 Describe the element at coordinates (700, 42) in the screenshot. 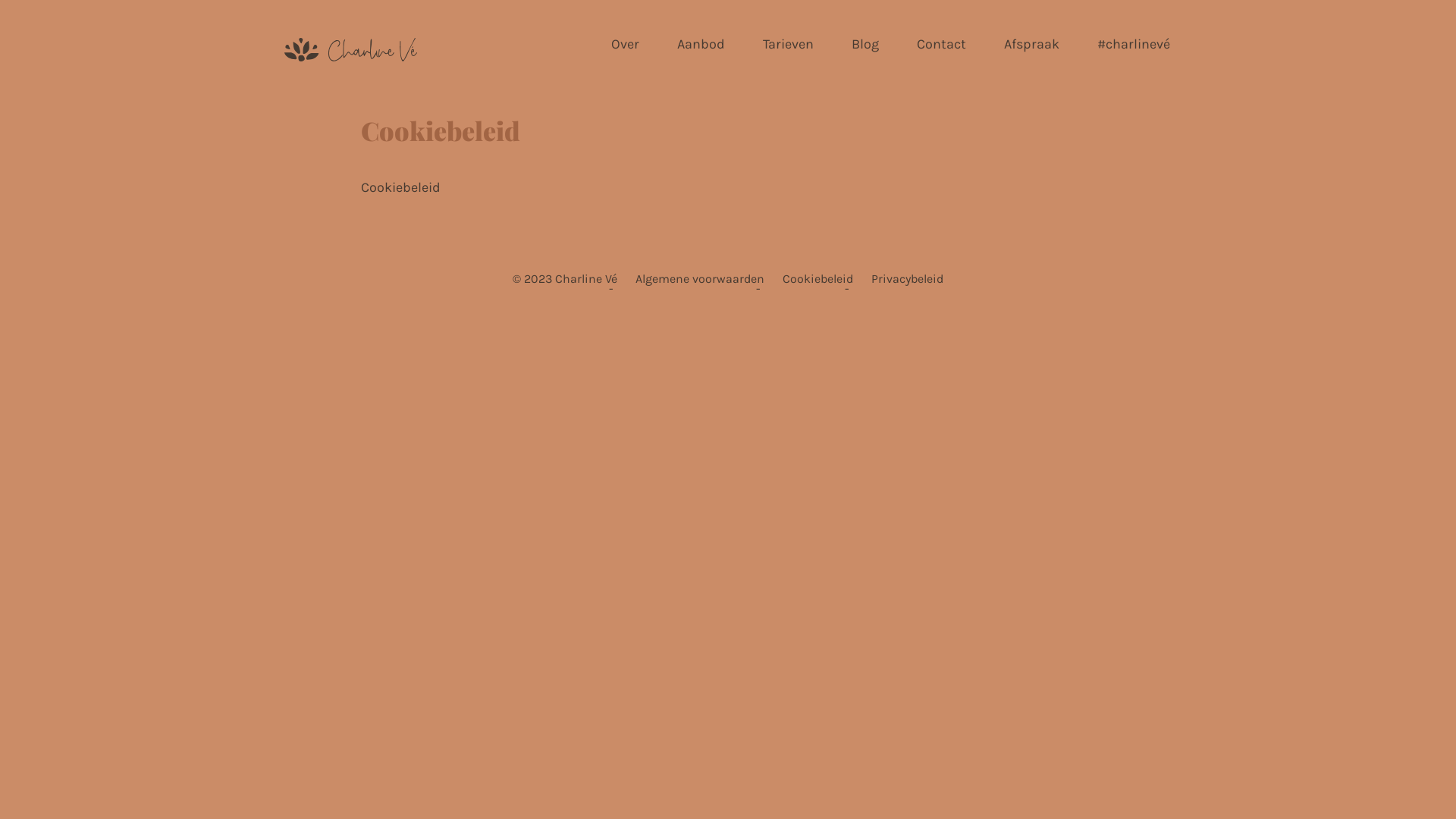

I see `'Aanbod'` at that location.